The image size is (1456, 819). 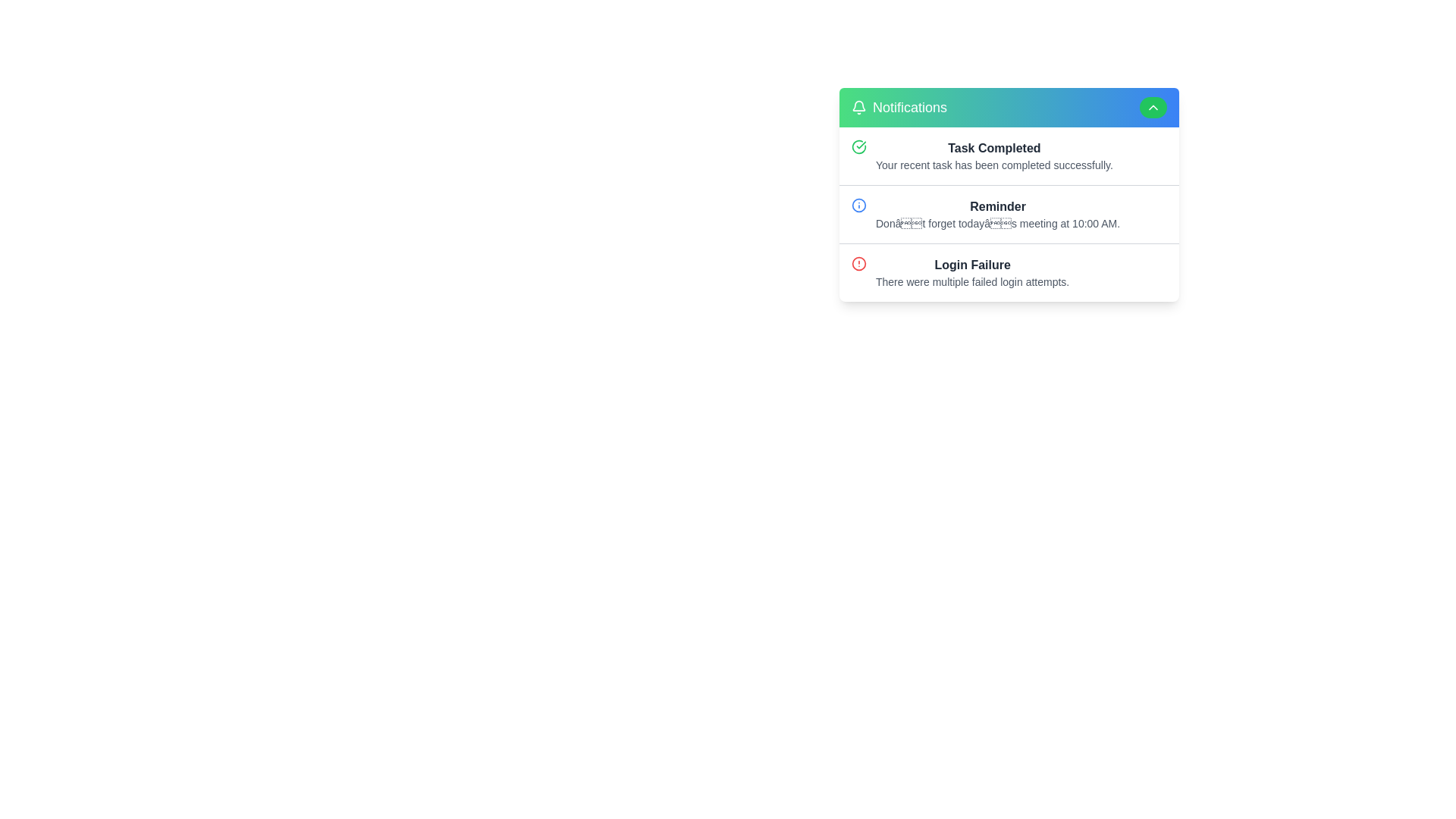 What do you see at coordinates (1153, 107) in the screenshot?
I see `the interactive button located at the top-right corner of the 'Notifications' header section` at bounding box center [1153, 107].